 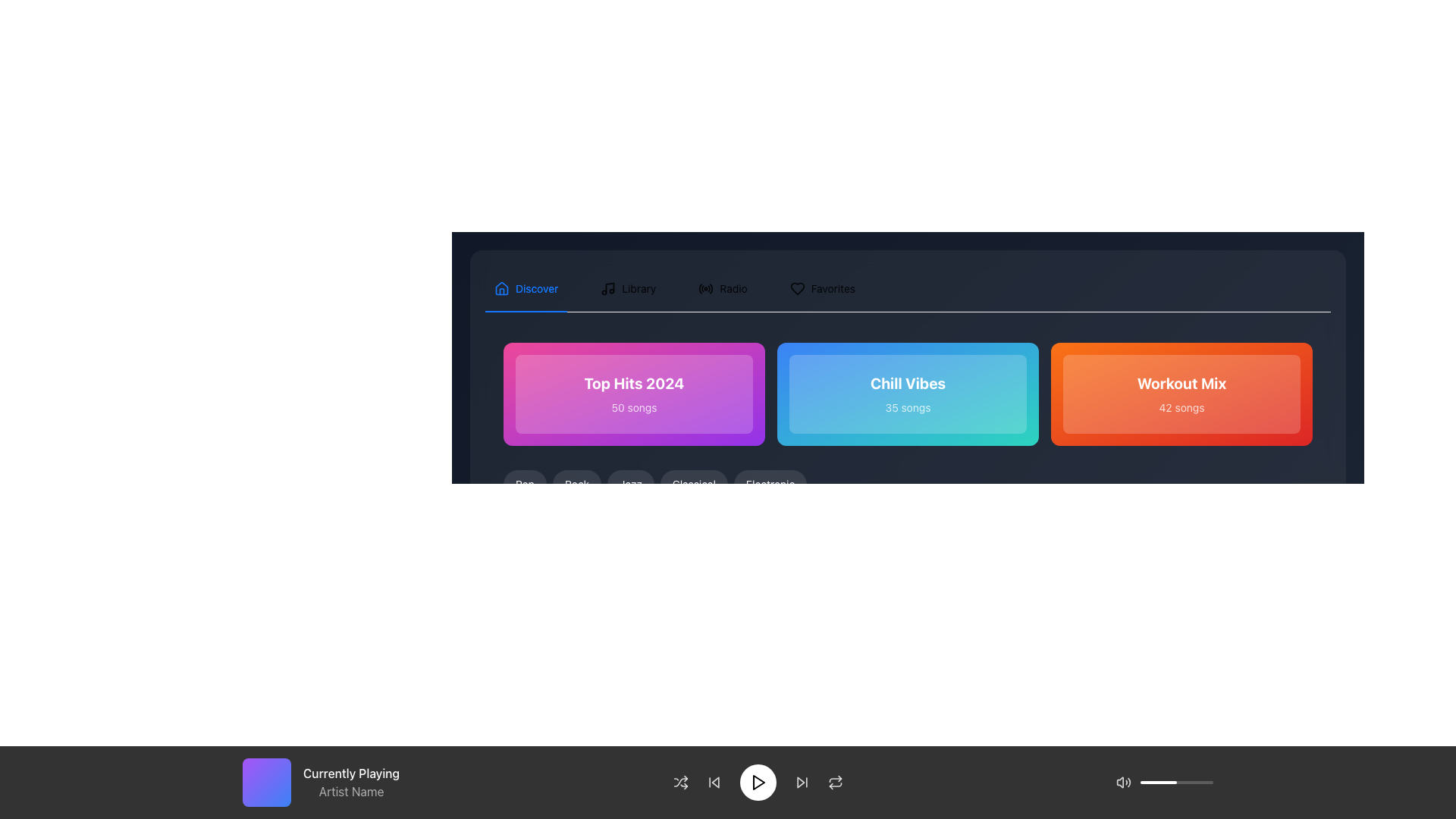 I want to click on the slider position, so click(x=1174, y=783).